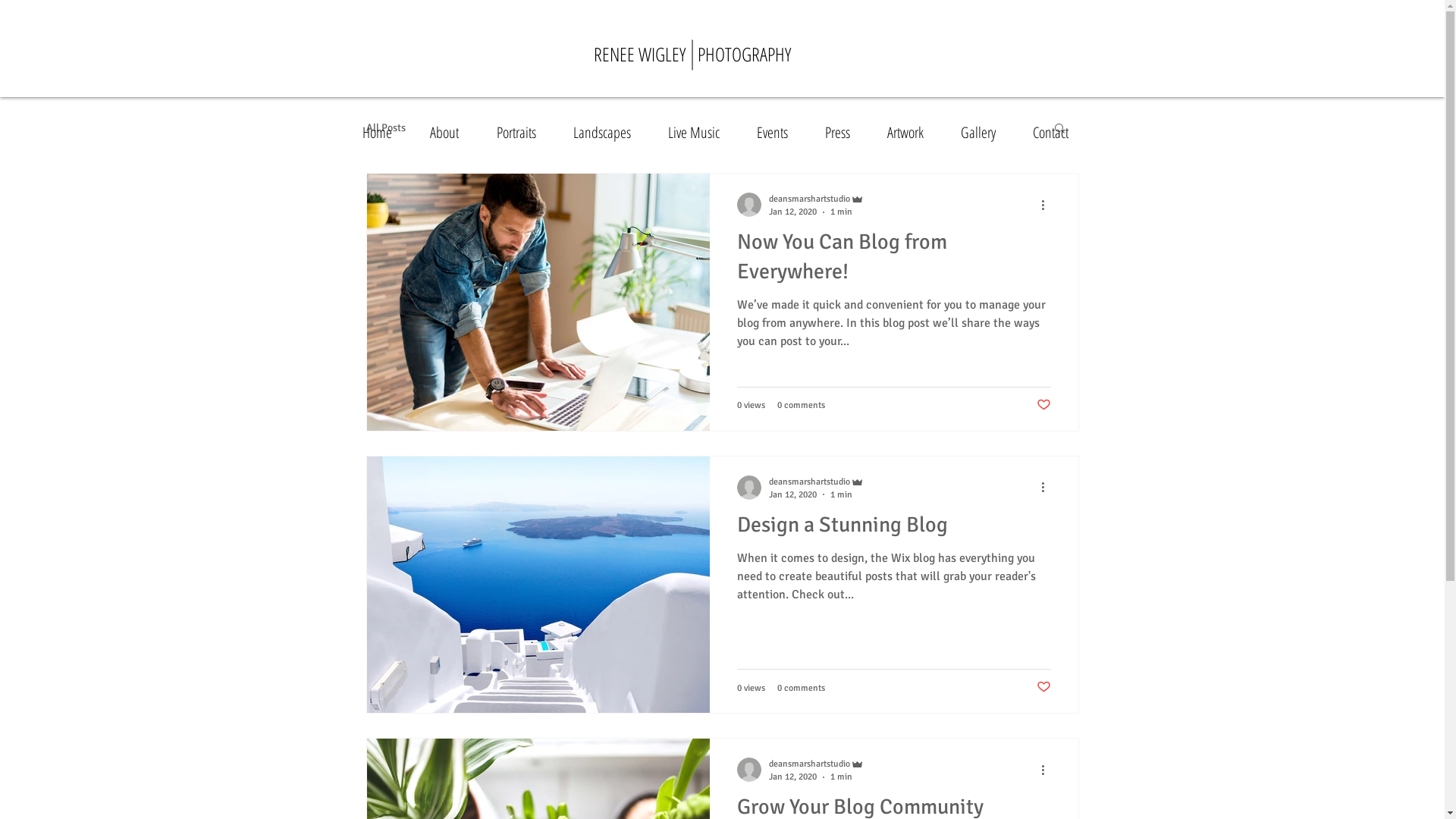  Describe the element at coordinates (608, 131) in the screenshot. I see `'Landscapes'` at that location.